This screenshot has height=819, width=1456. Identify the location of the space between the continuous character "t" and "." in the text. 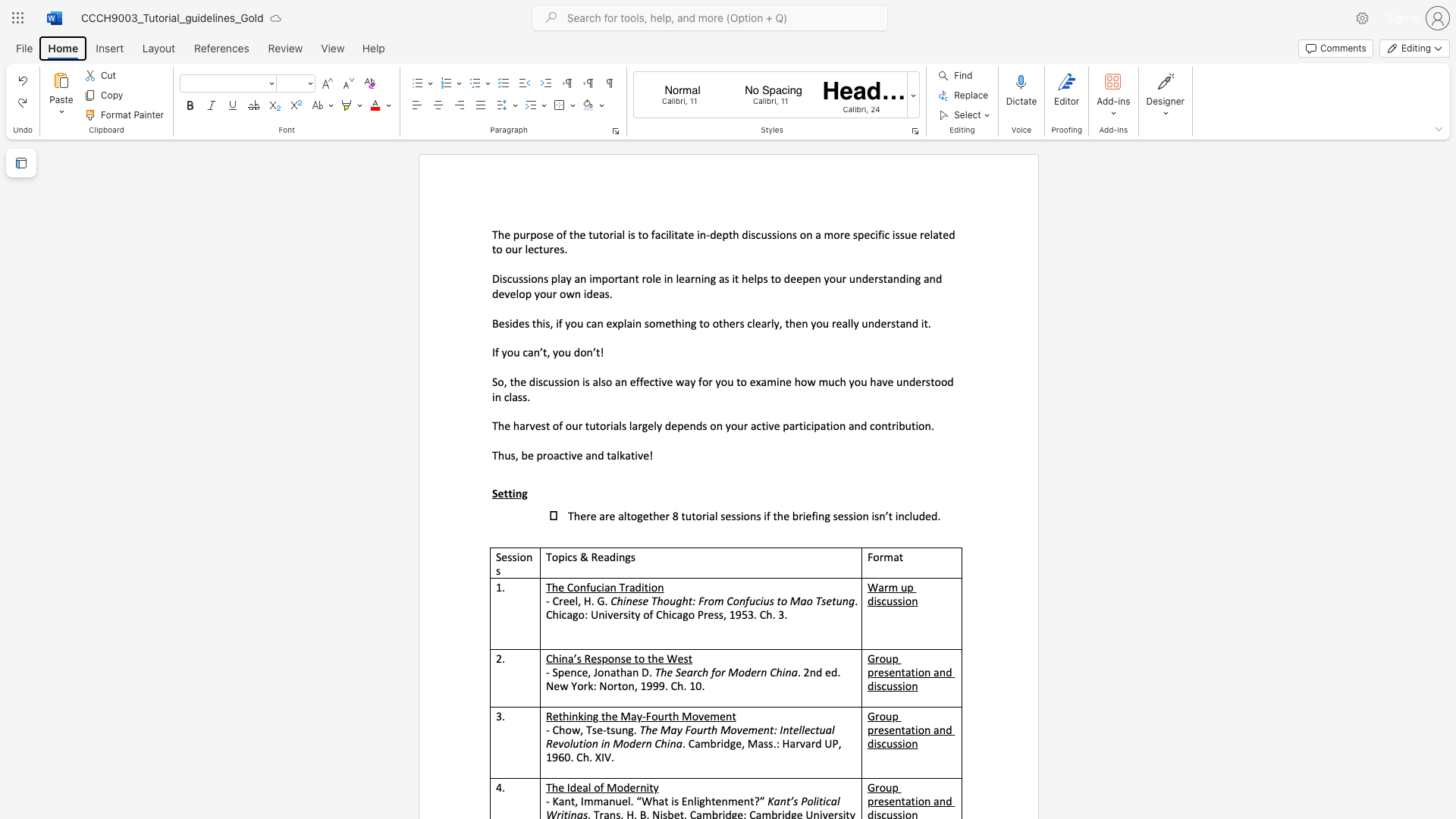
(927, 322).